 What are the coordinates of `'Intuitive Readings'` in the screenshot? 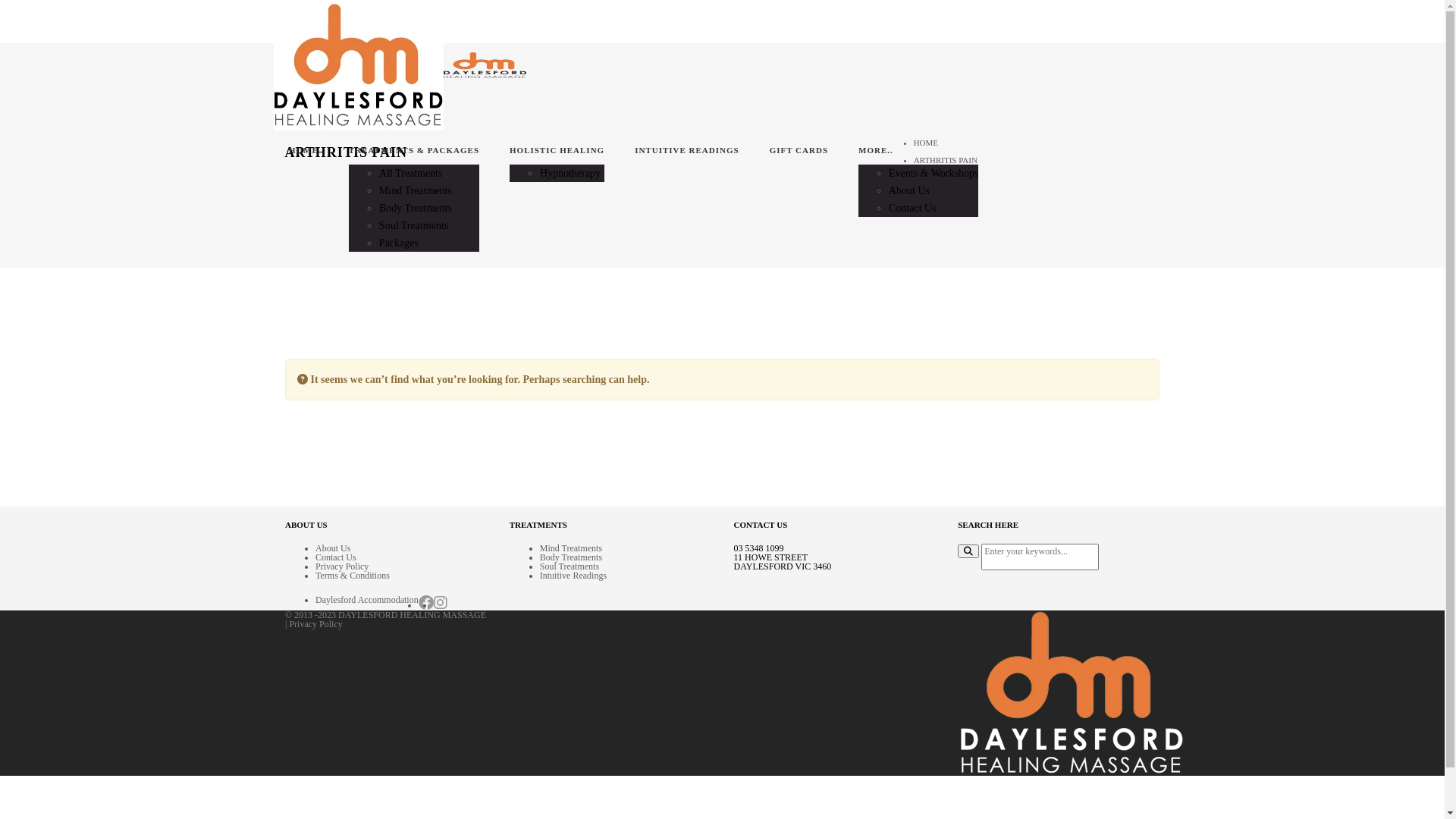 It's located at (573, 576).